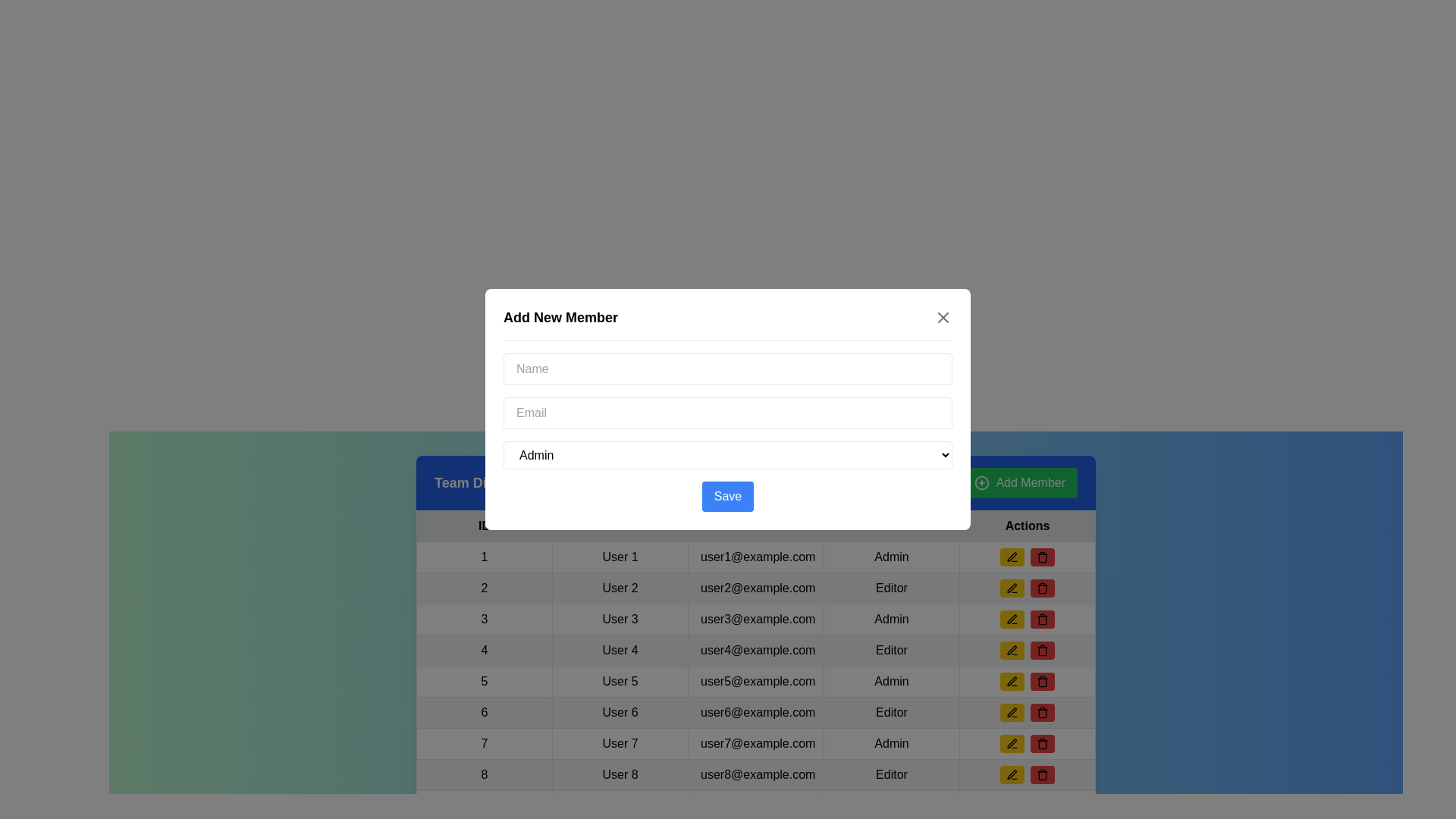  I want to click on the red button with rounded corners containing a black trash icon, located in the 'Actions' column next to 'User 6', so click(1041, 680).